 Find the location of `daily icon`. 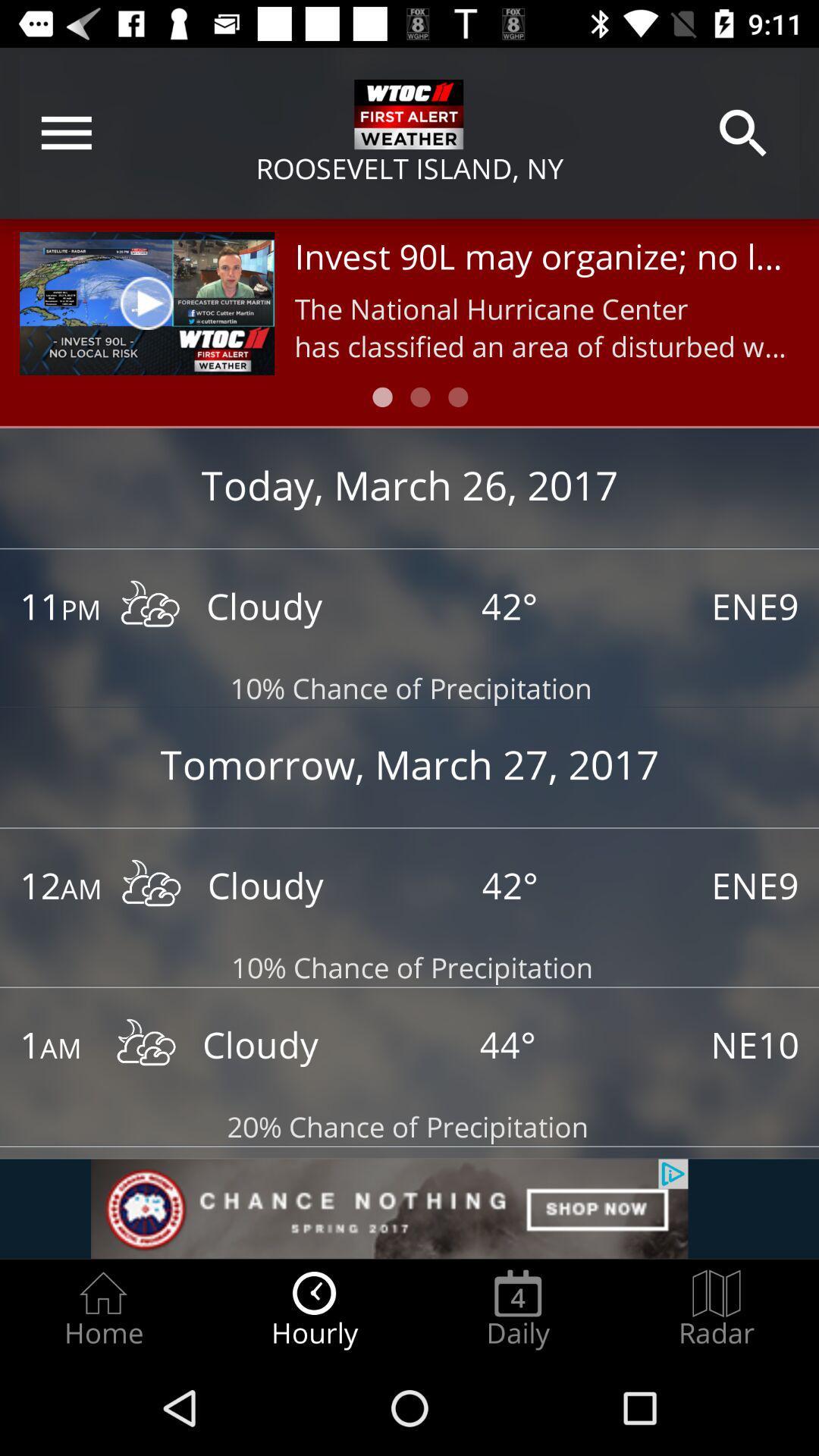

daily icon is located at coordinates (517, 1309).